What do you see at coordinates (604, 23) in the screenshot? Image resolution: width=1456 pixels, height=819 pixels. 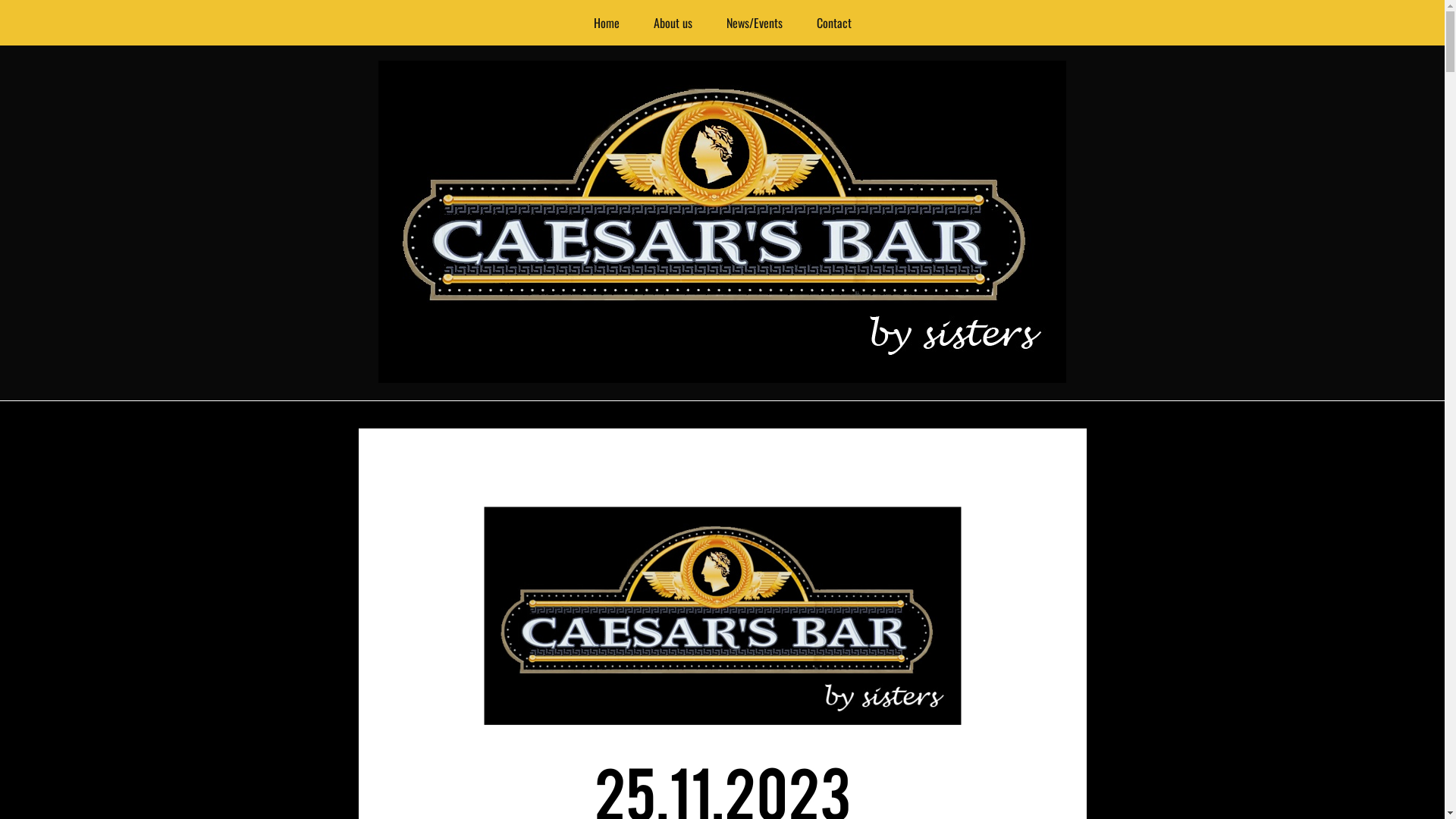 I see `'Home'` at bounding box center [604, 23].